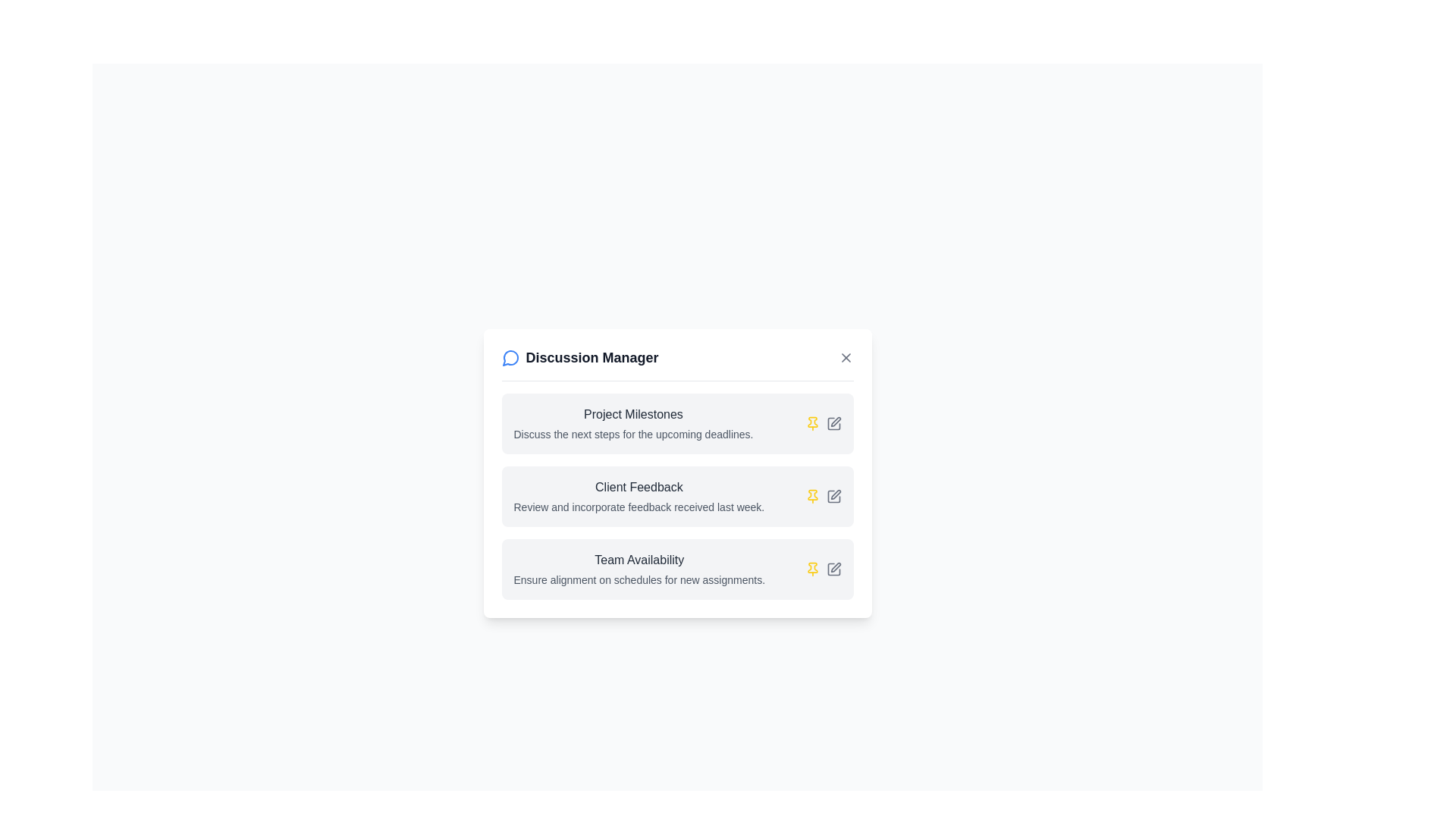 This screenshot has width=1456, height=819. I want to click on the small gray pen icon located in the bottom-right corner of the 'Team Availability' discussion card, so click(833, 569).